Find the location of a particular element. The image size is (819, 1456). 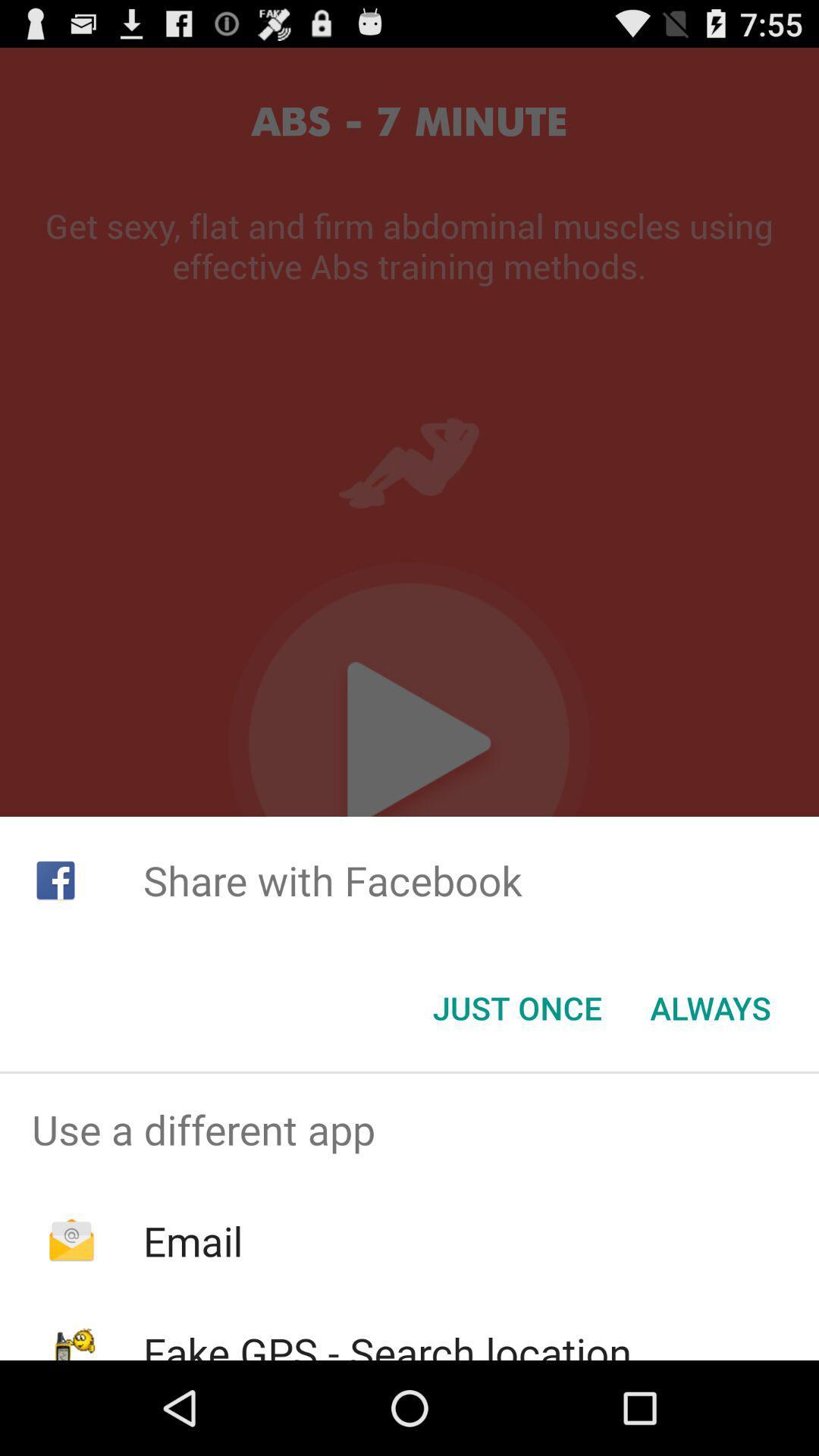

use a different item is located at coordinates (409, 1129).